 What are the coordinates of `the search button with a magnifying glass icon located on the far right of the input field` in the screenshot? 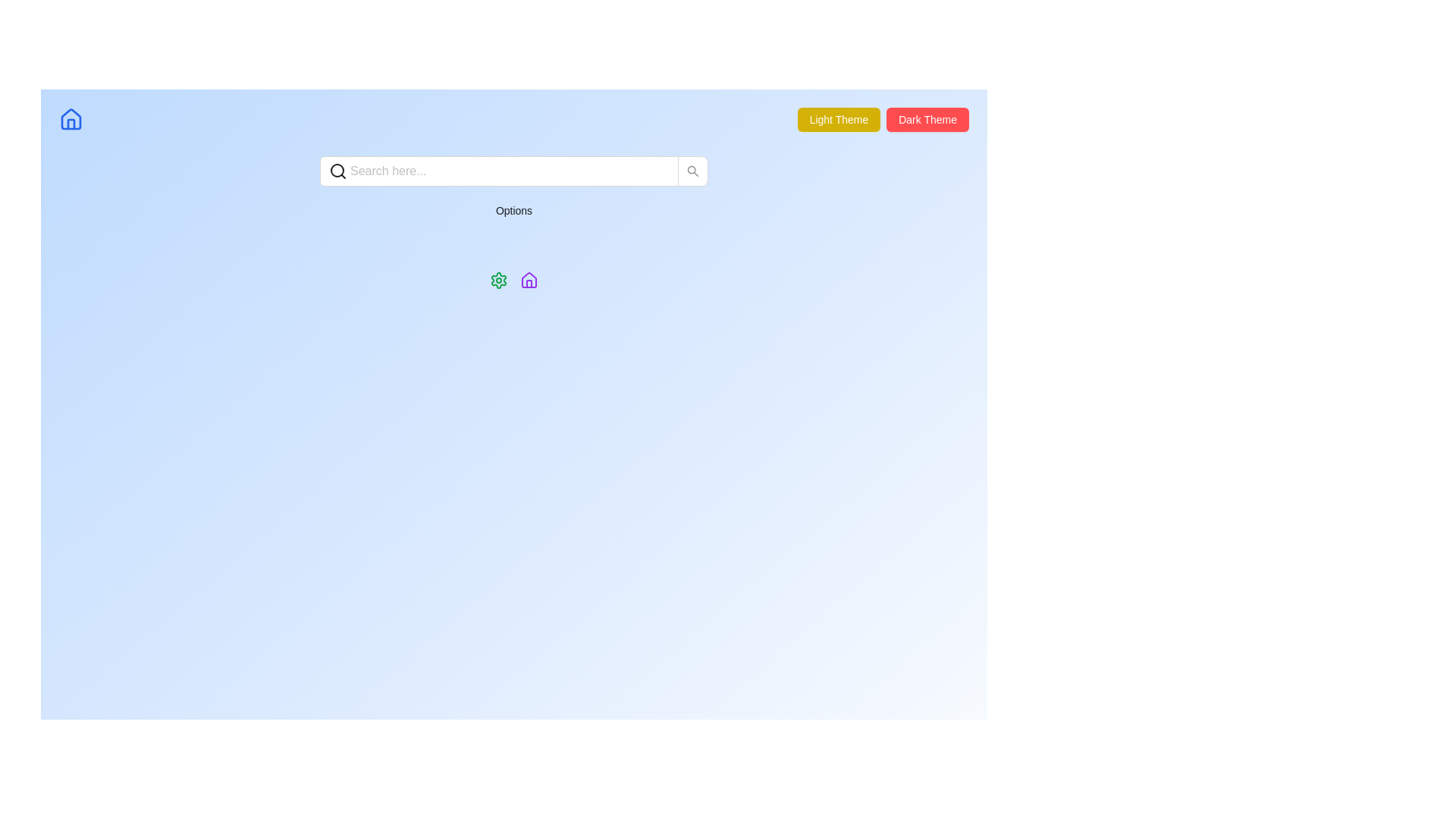 It's located at (692, 171).